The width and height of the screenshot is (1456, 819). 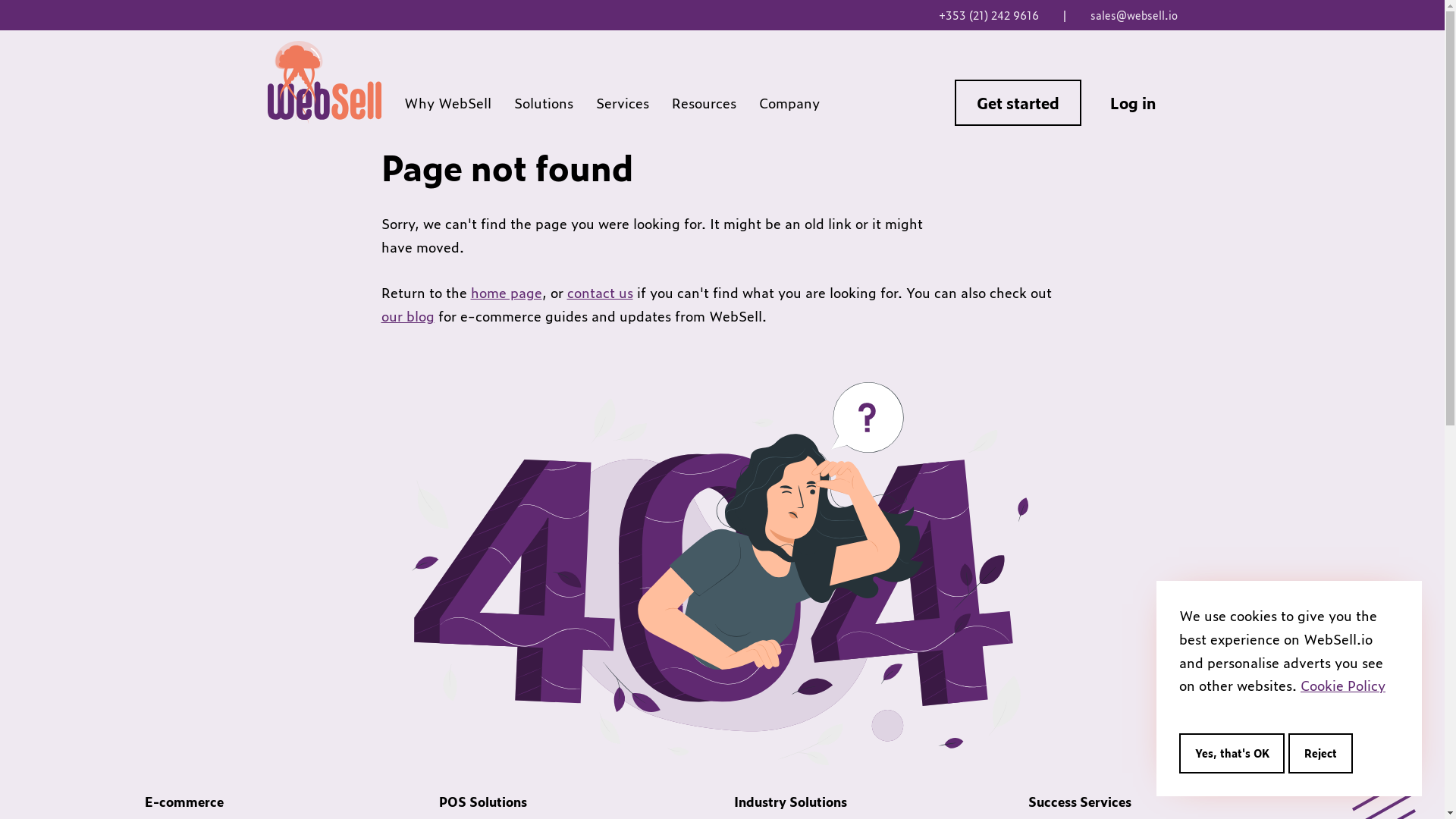 I want to click on 'Get started', so click(x=1018, y=102).